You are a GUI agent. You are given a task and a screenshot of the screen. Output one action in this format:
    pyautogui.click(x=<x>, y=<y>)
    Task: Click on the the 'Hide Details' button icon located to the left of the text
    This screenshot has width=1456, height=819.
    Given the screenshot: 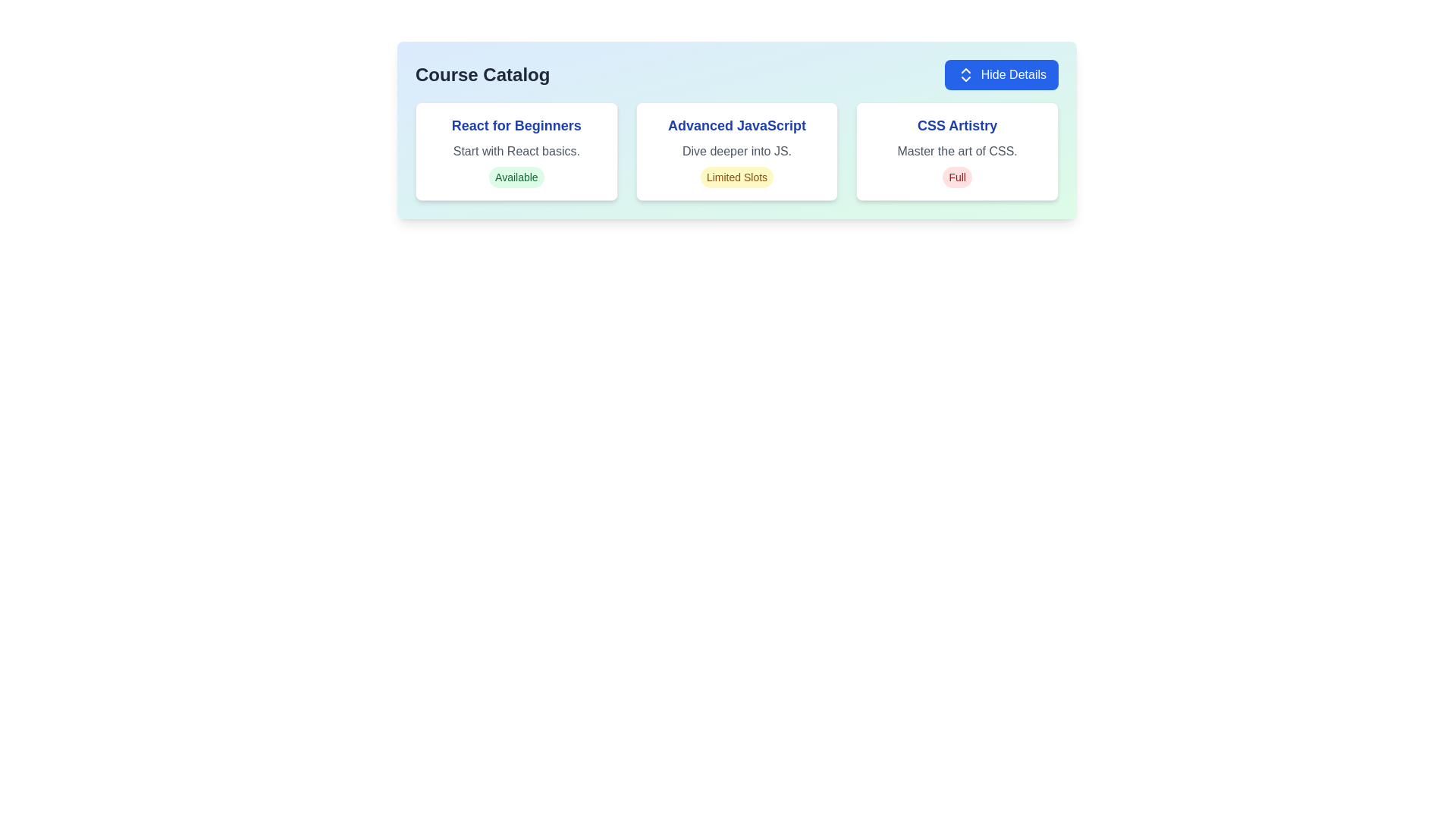 What is the action you would take?
    pyautogui.click(x=965, y=75)
    